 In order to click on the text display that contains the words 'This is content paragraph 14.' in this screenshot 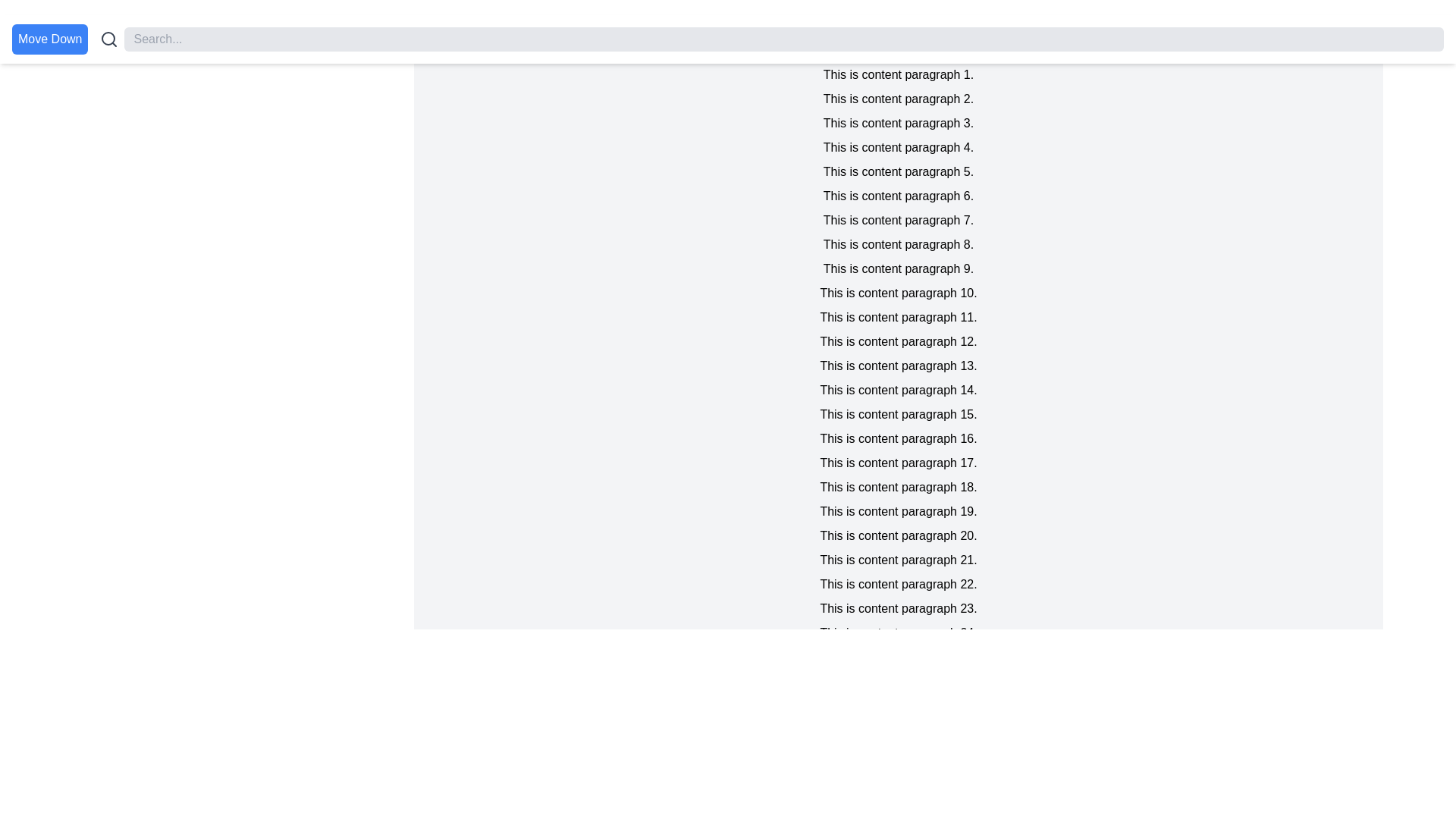, I will do `click(899, 390)`.